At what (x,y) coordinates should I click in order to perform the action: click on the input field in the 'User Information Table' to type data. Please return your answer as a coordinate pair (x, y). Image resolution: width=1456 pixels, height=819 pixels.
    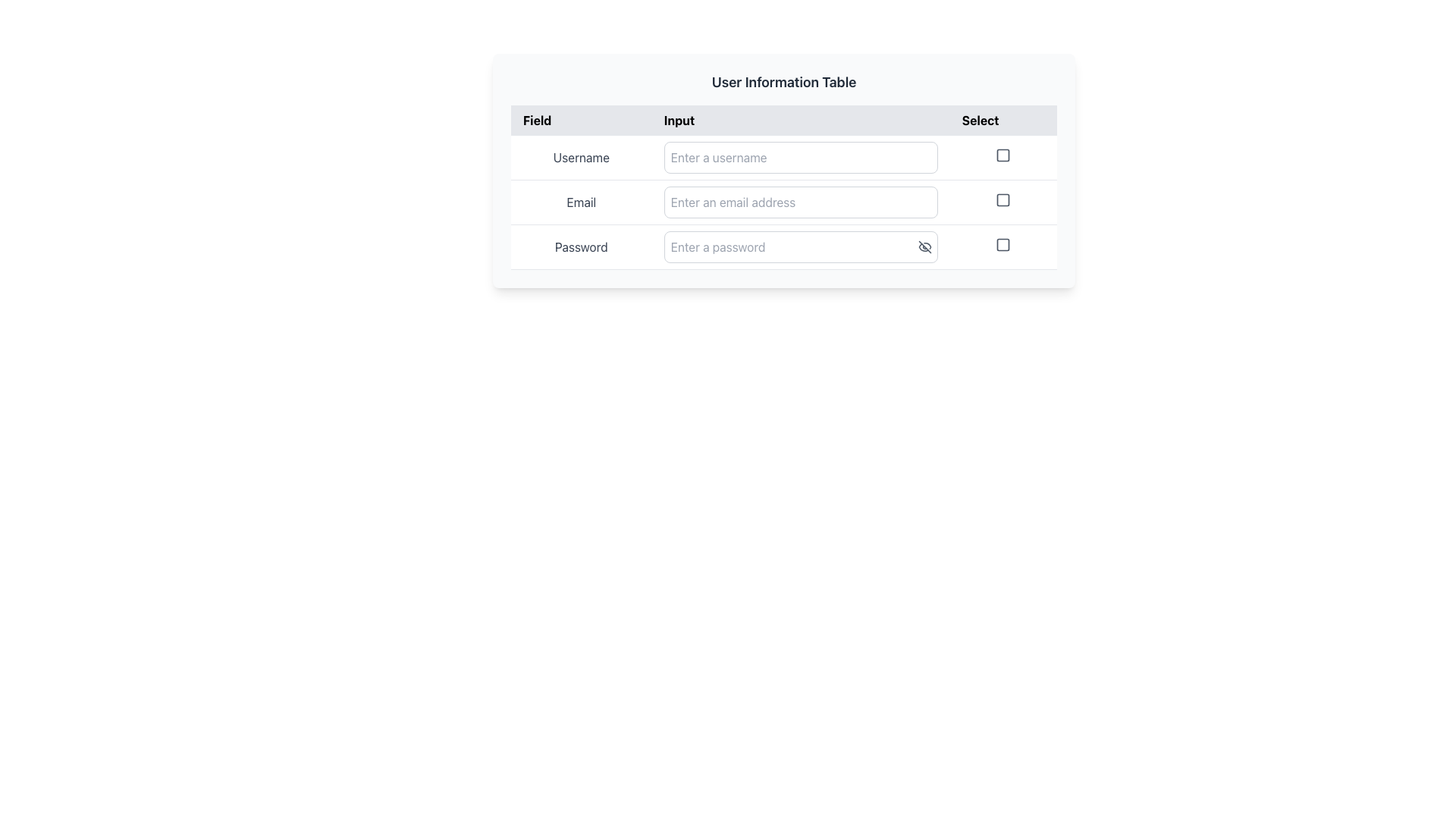
    Looking at the image, I should click on (783, 201).